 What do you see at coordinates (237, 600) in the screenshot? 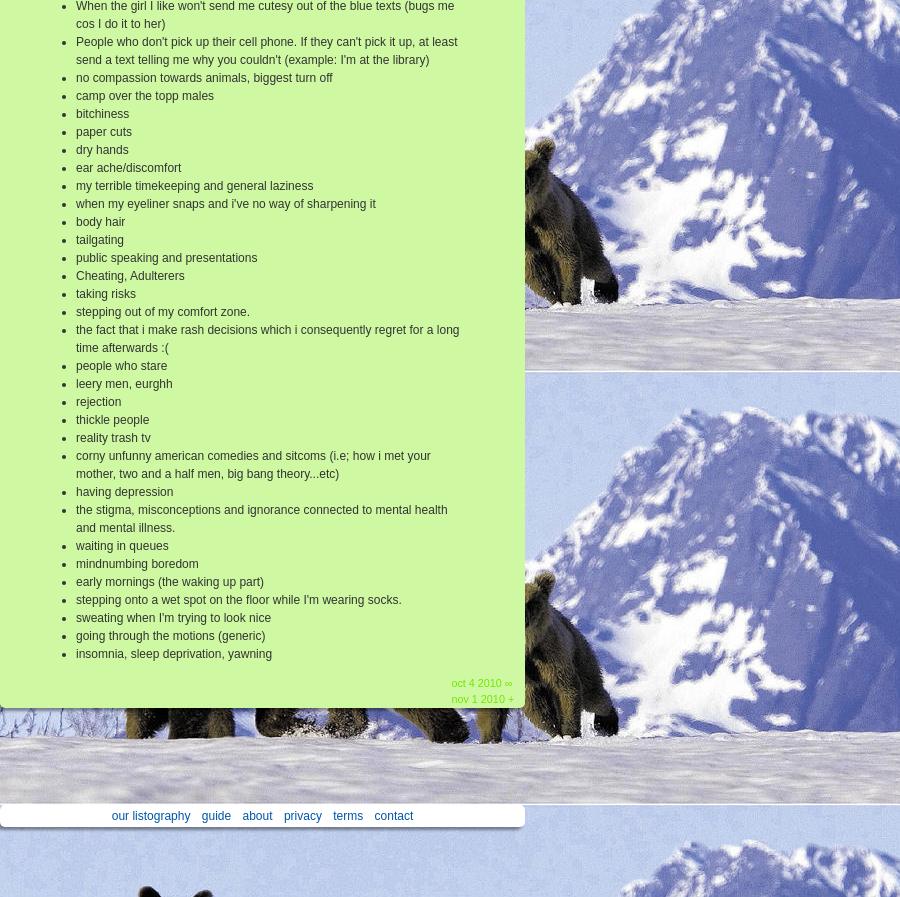
I see `'stepping onto a wet spot on the floor while I'm wearing socks.'` at bounding box center [237, 600].